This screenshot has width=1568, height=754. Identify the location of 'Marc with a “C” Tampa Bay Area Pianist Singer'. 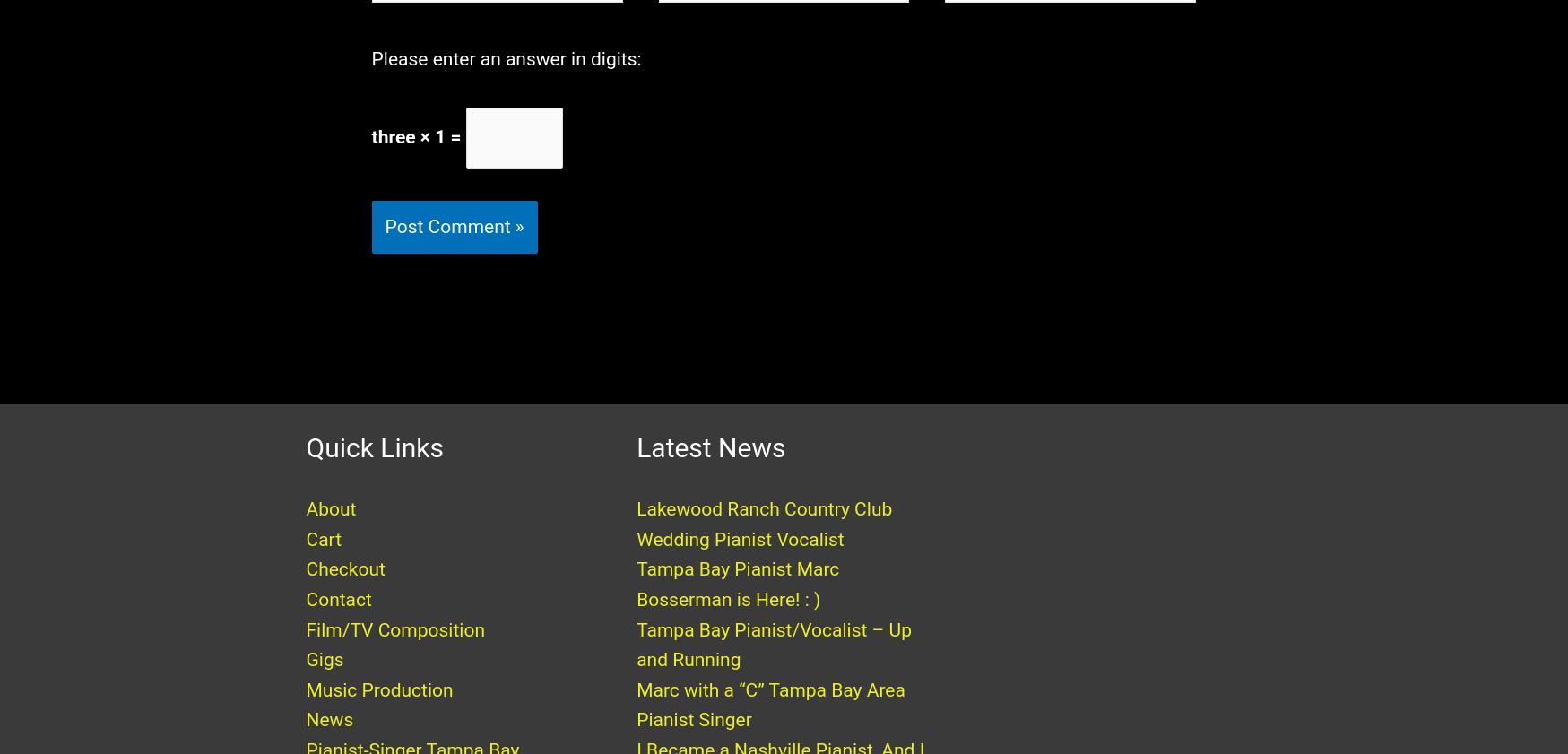
(769, 723).